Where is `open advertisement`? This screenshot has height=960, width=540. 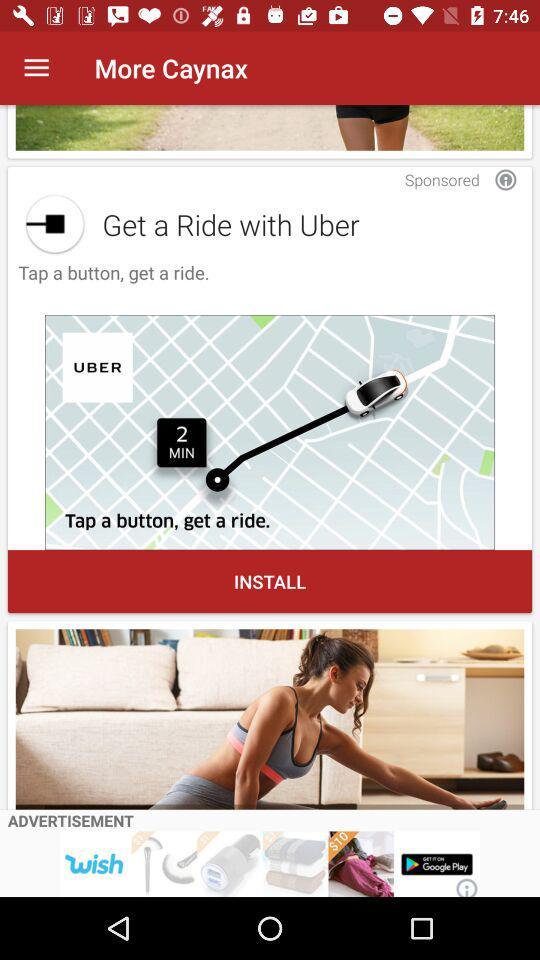 open advertisement is located at coordinates (270, 863).